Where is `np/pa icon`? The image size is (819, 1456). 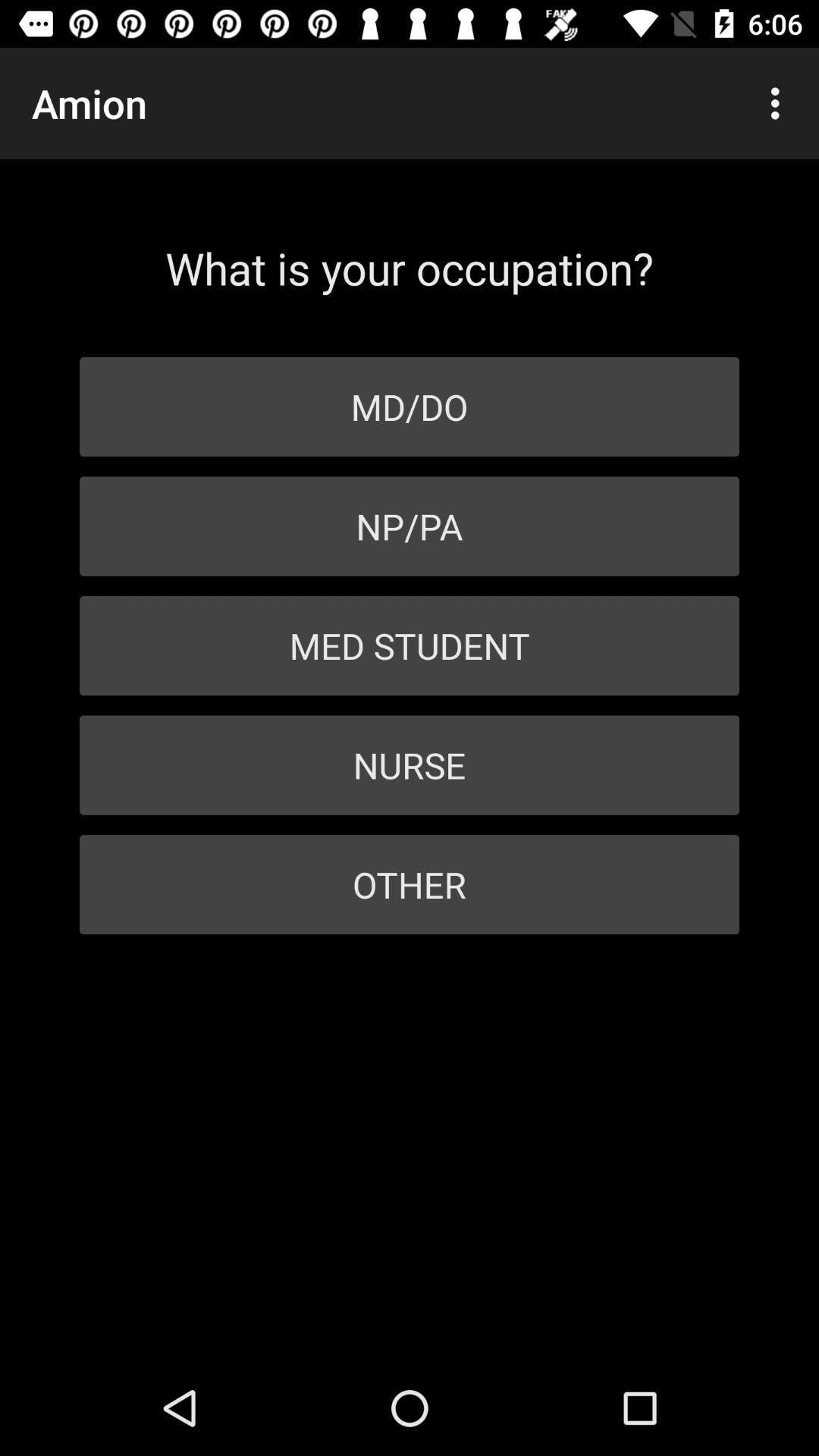 np/pa icon is located at coordinates (409, 526).